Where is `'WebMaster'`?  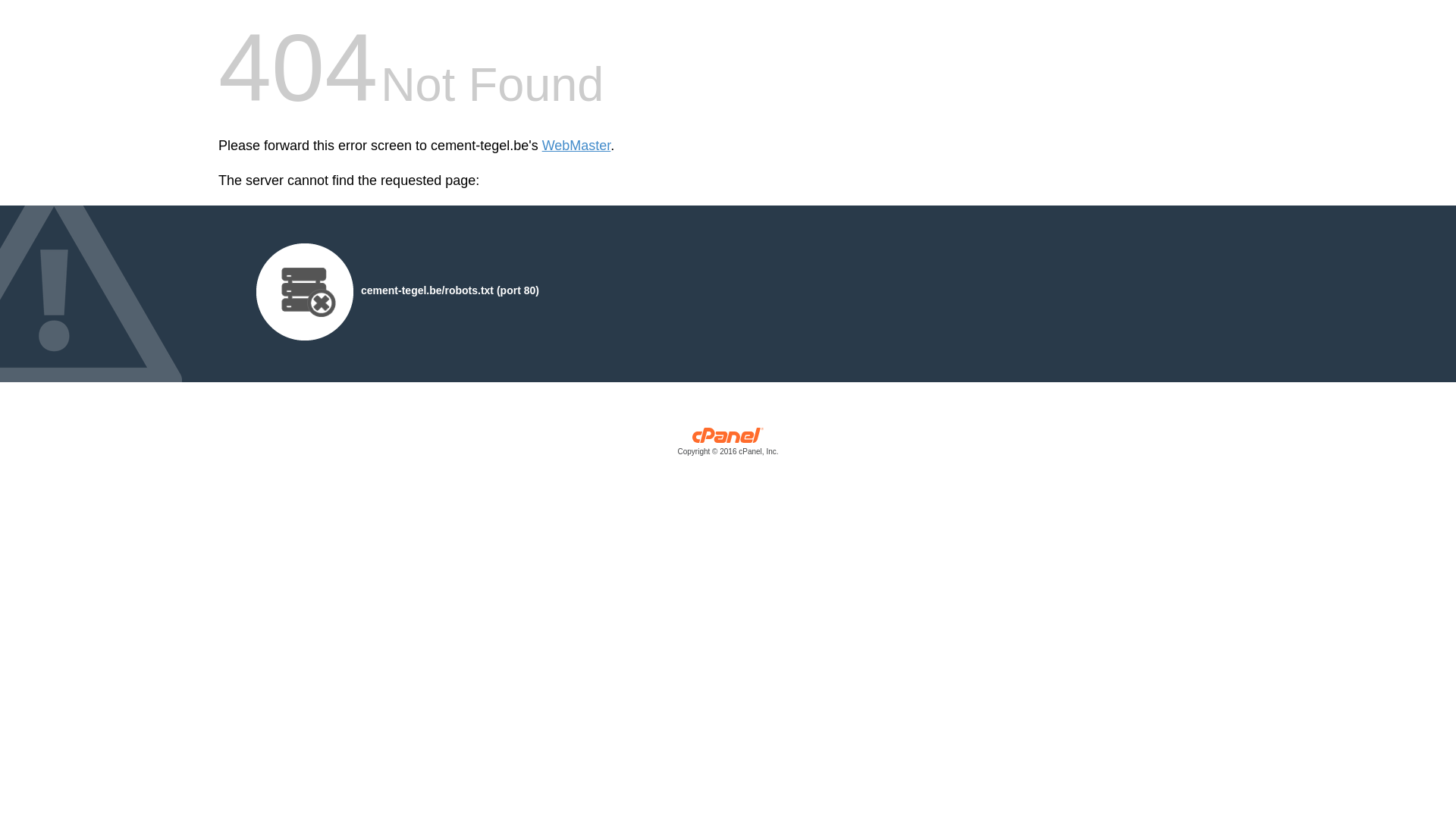
'WebMaster' is located at coordinates (576, 146).